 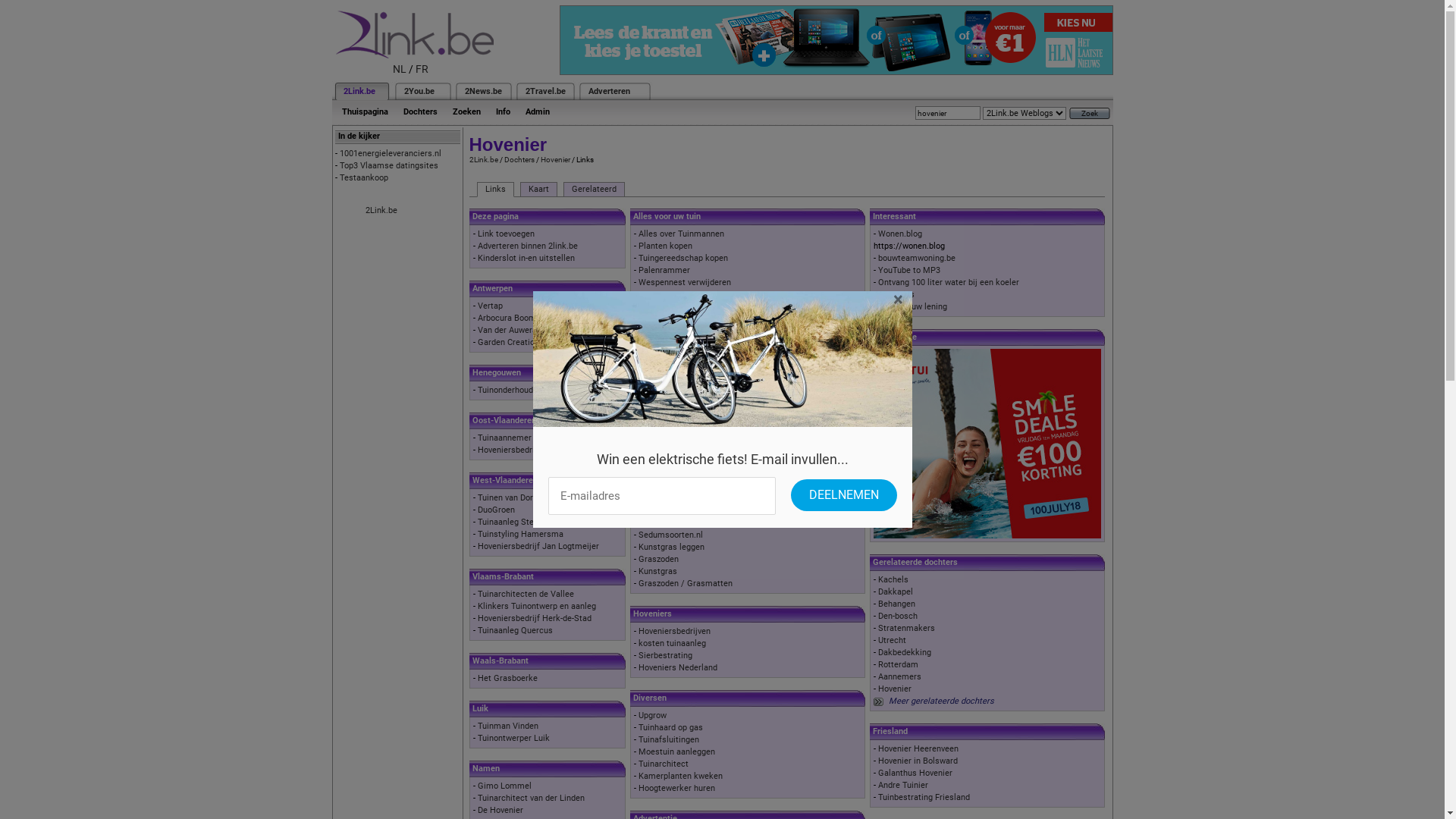 I want to click on 'Planten kopen', so click(x=638, y=245).